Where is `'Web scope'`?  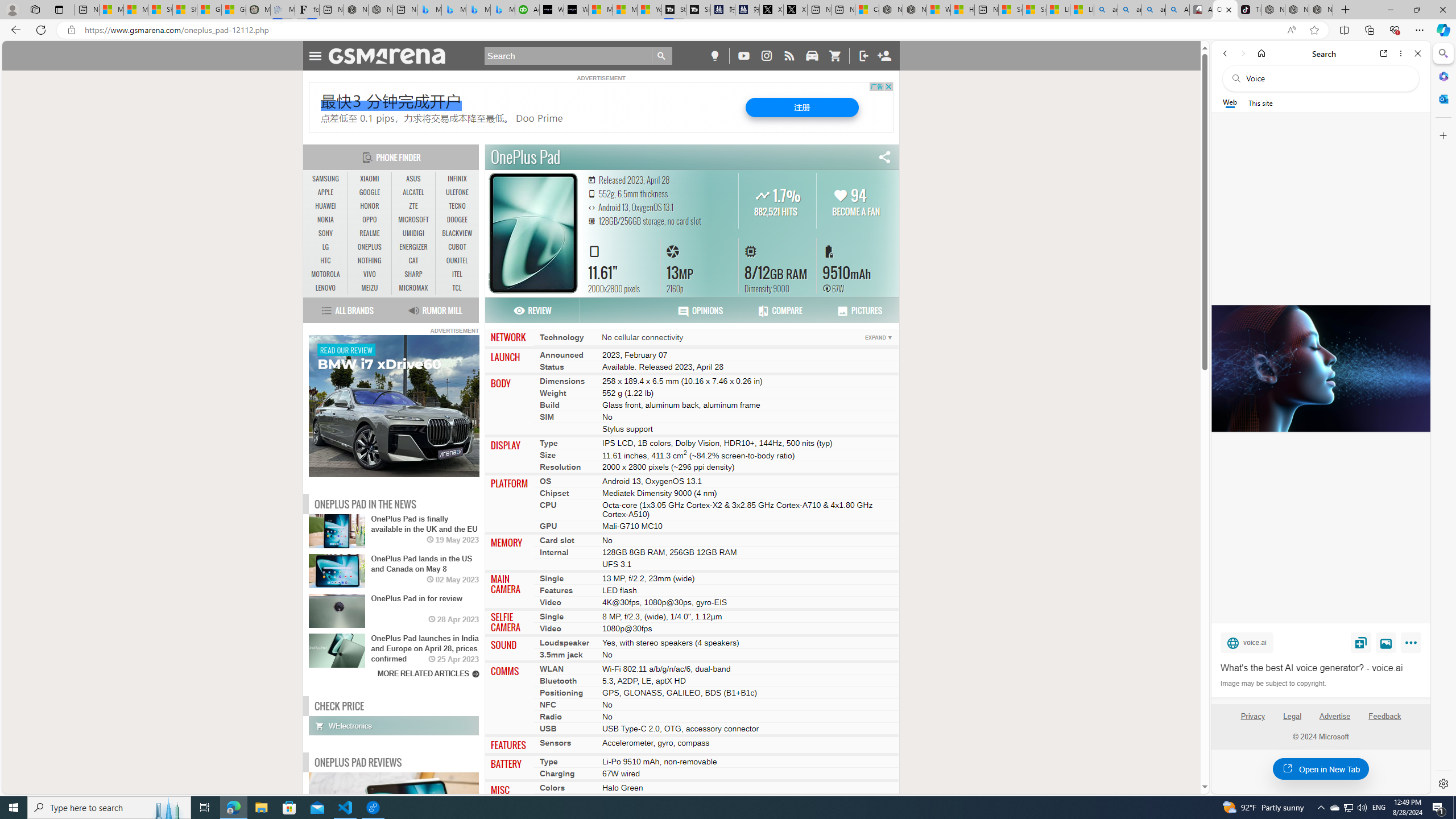
'Web scope' is located at coordinates (1230, 102).